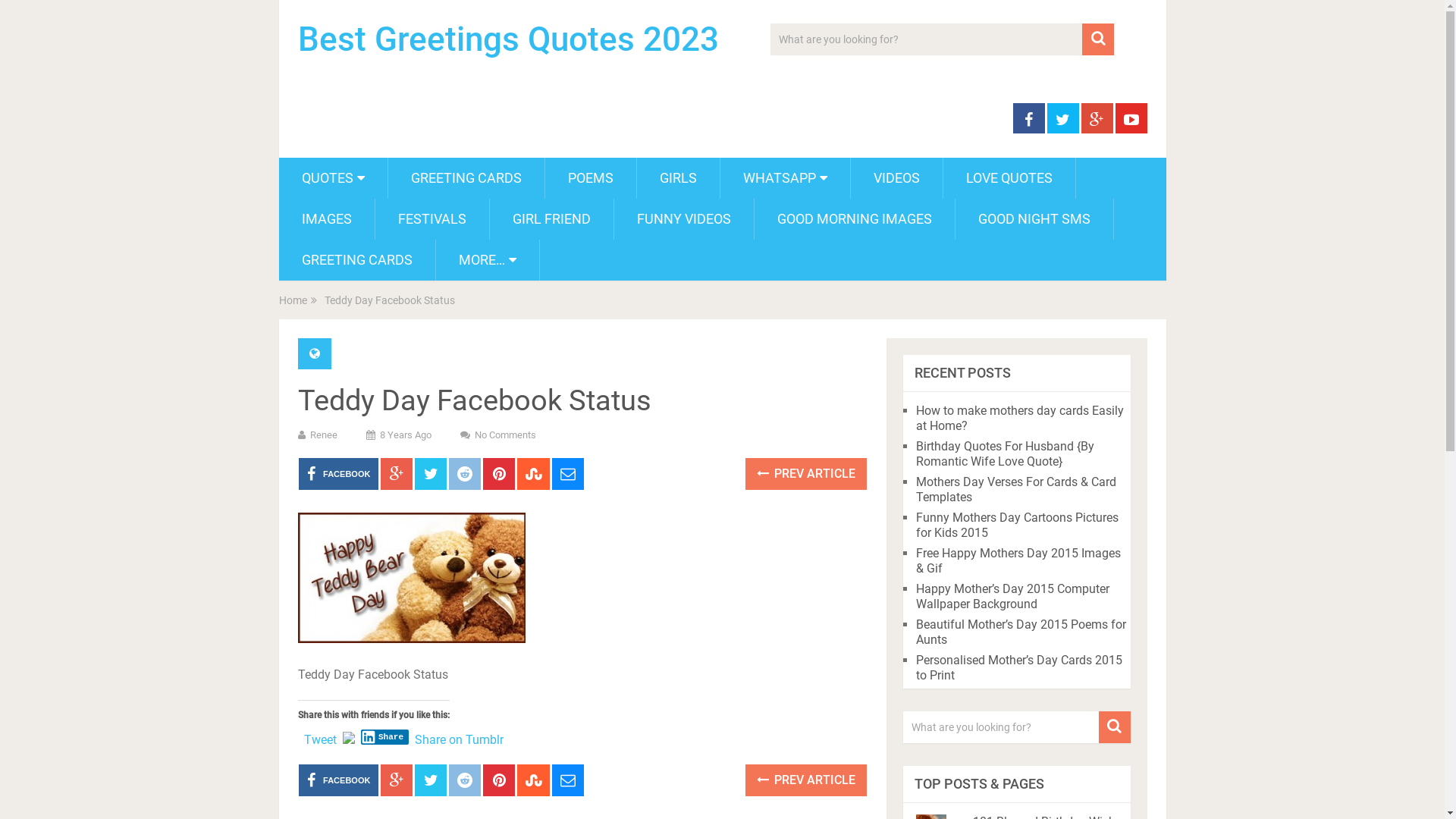  Describe the element at coordinates (896, 177) in the screenshot. I see `'VIDEOS'` at that location.